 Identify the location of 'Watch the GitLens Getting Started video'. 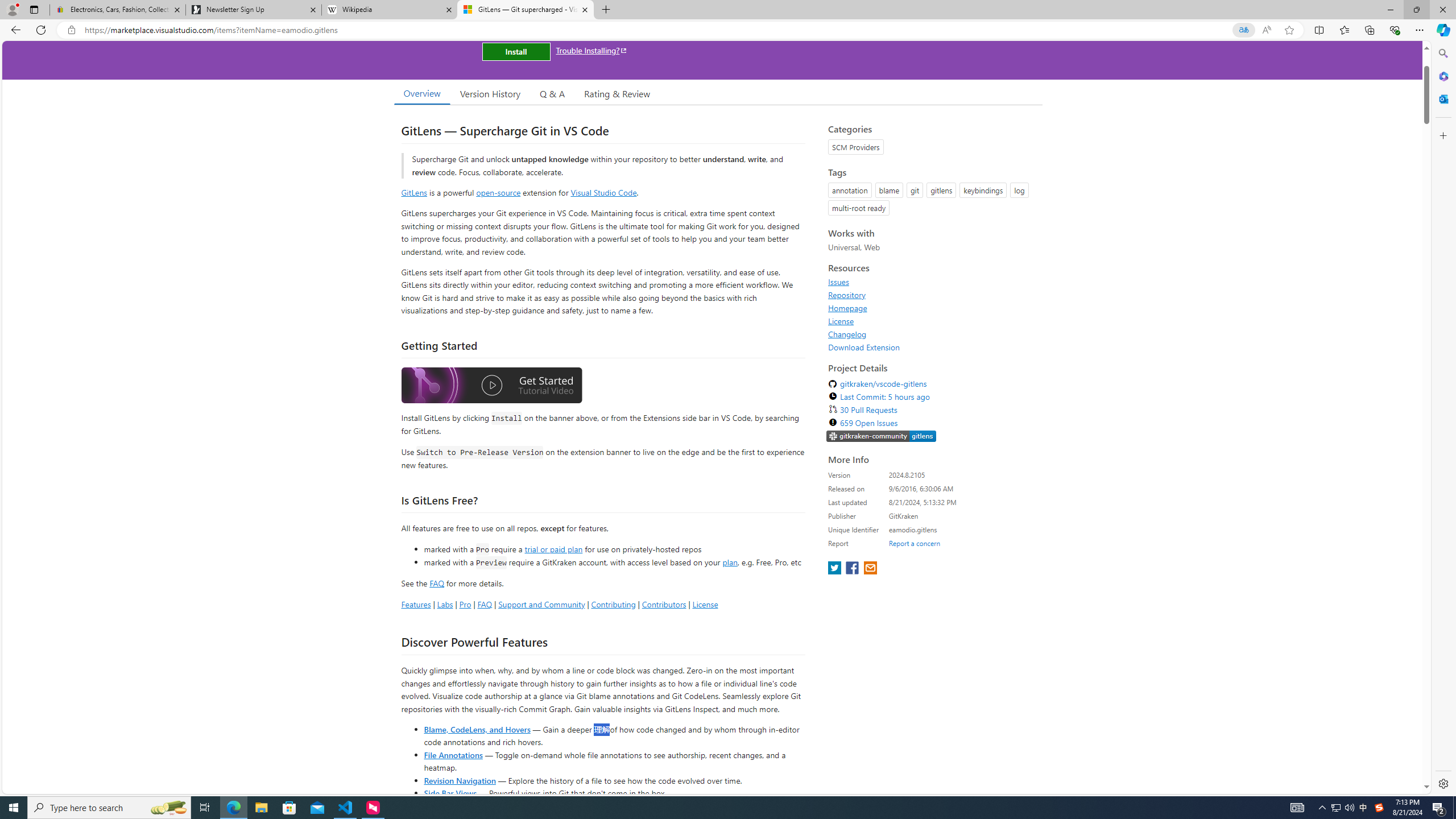
(491, 385).